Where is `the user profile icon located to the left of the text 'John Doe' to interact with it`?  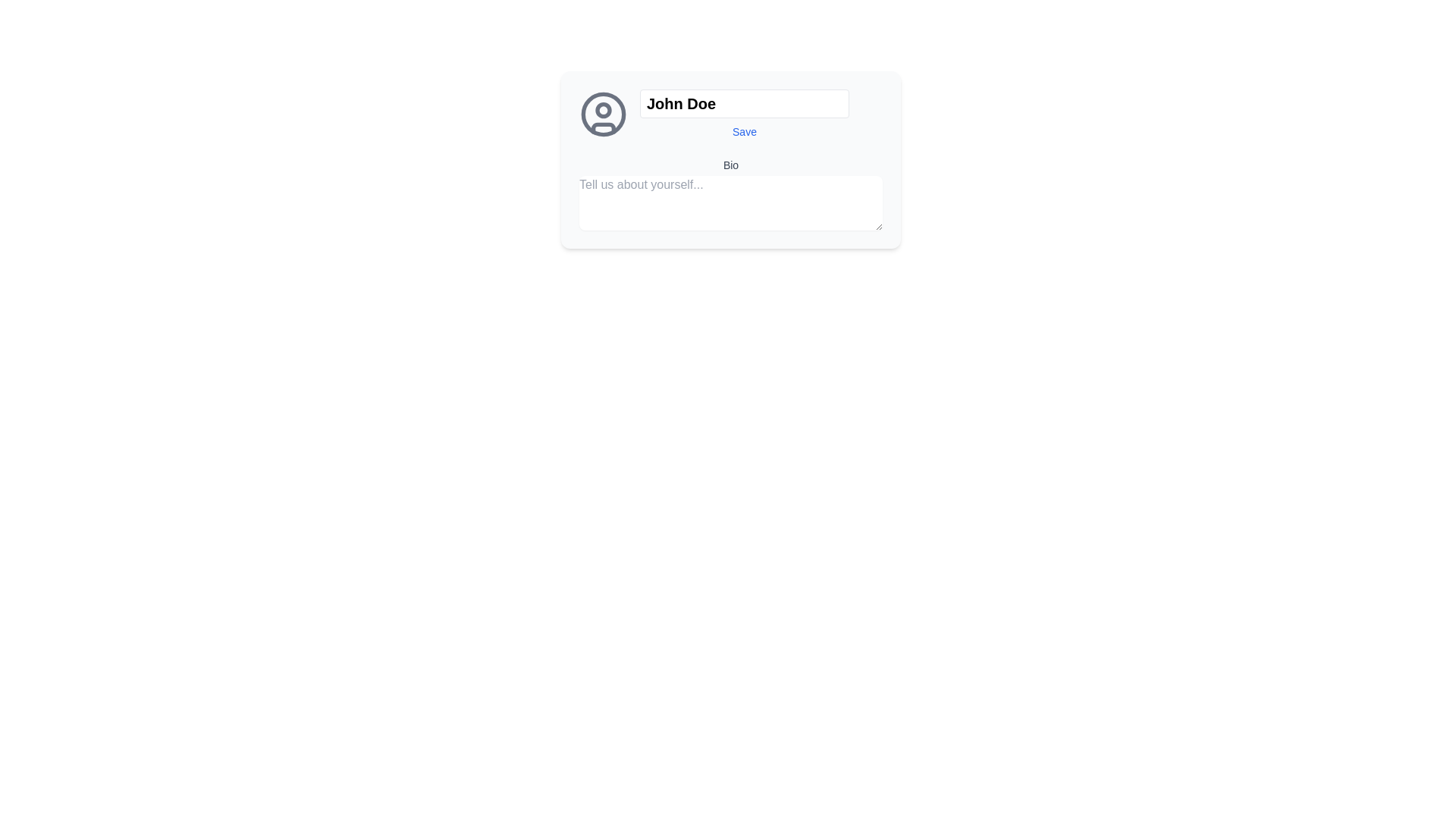
the user profile icon located to the left of the text 'John Doe' to interact with it is located at coordinates (603, 113).